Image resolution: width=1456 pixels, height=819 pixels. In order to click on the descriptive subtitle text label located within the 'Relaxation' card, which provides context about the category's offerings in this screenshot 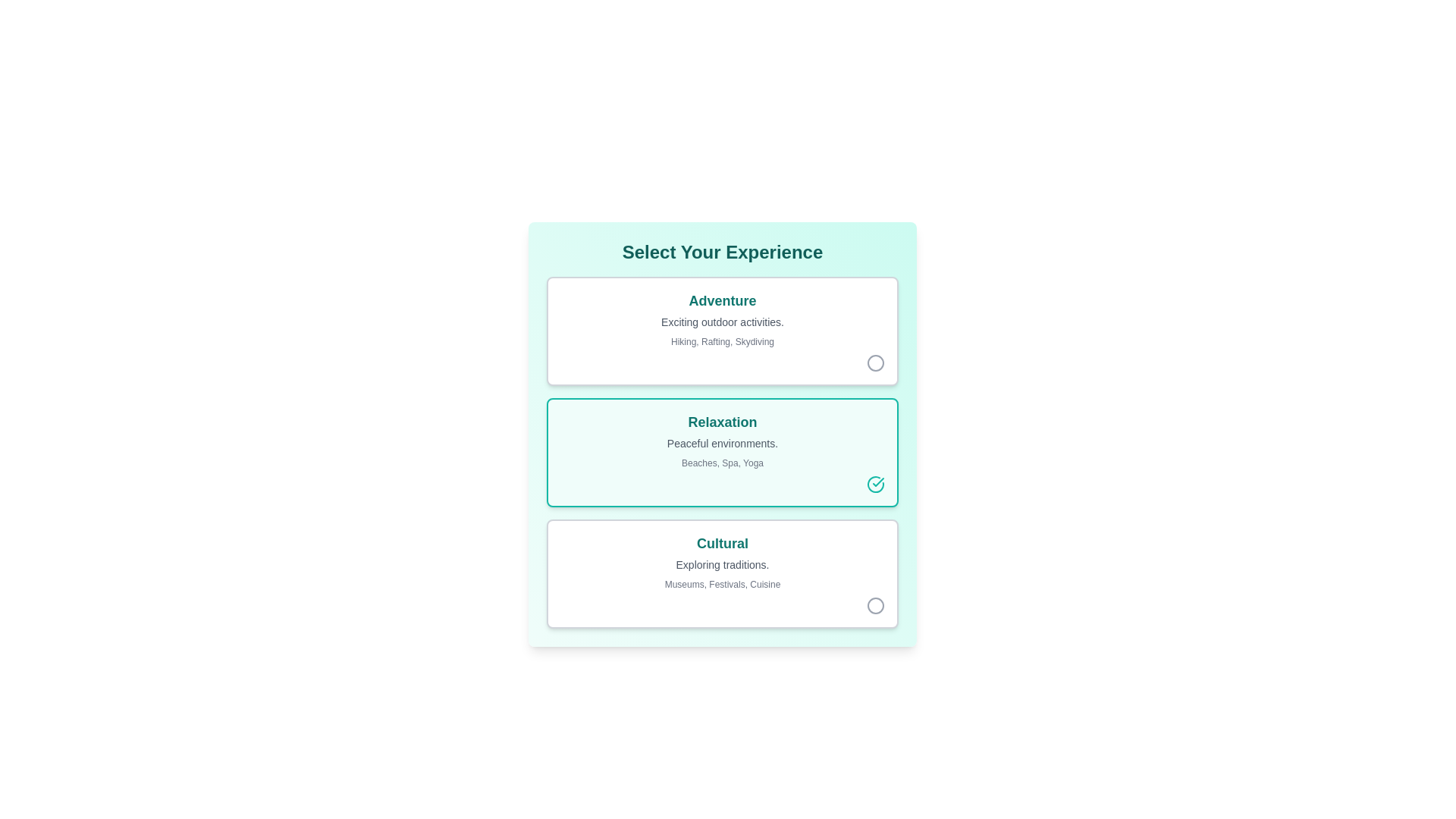, I will do `click(722, 444)`.